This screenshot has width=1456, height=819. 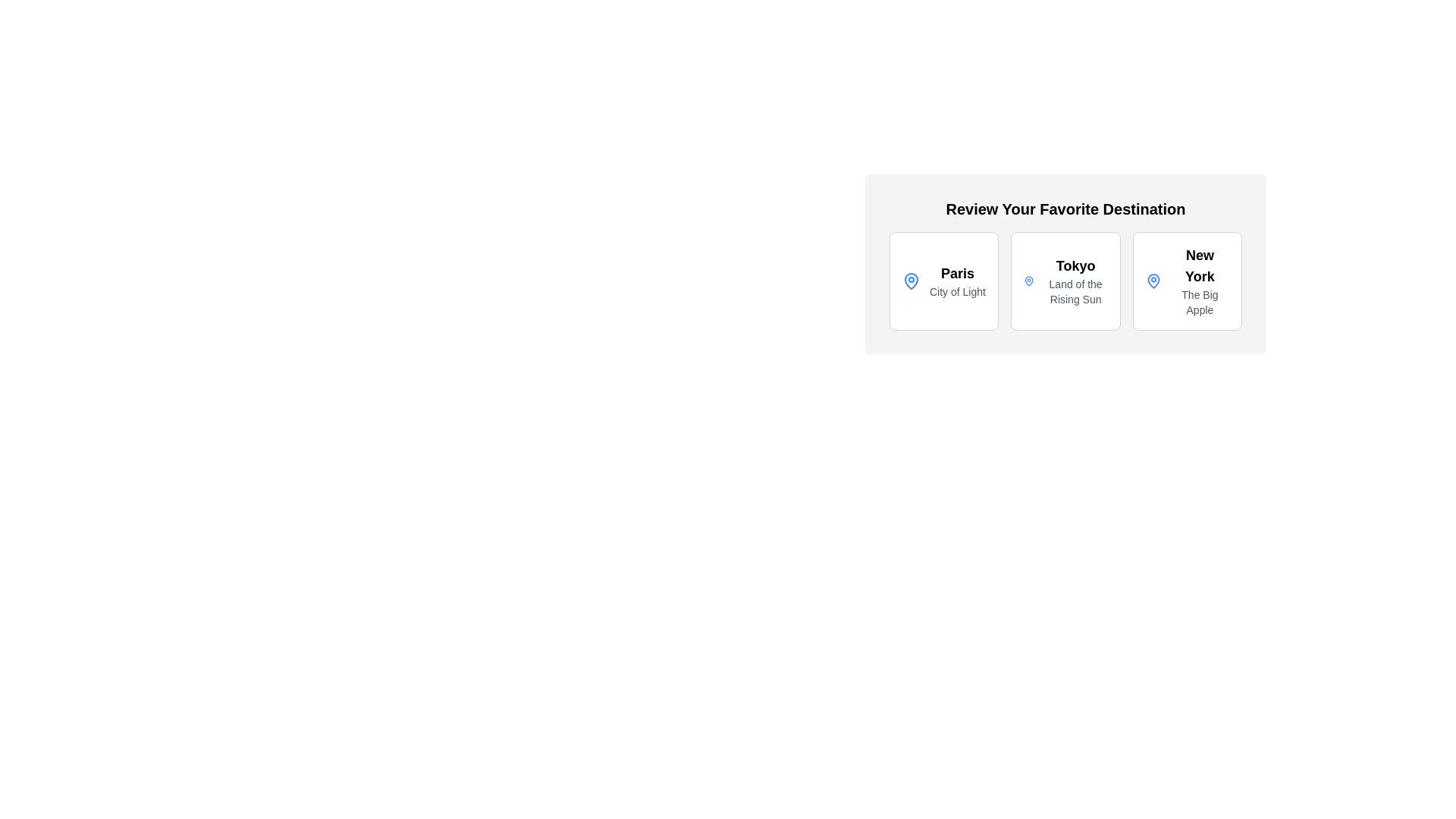 I want to click on the button-like card representing 'New York', so click(x=1186, y=281).